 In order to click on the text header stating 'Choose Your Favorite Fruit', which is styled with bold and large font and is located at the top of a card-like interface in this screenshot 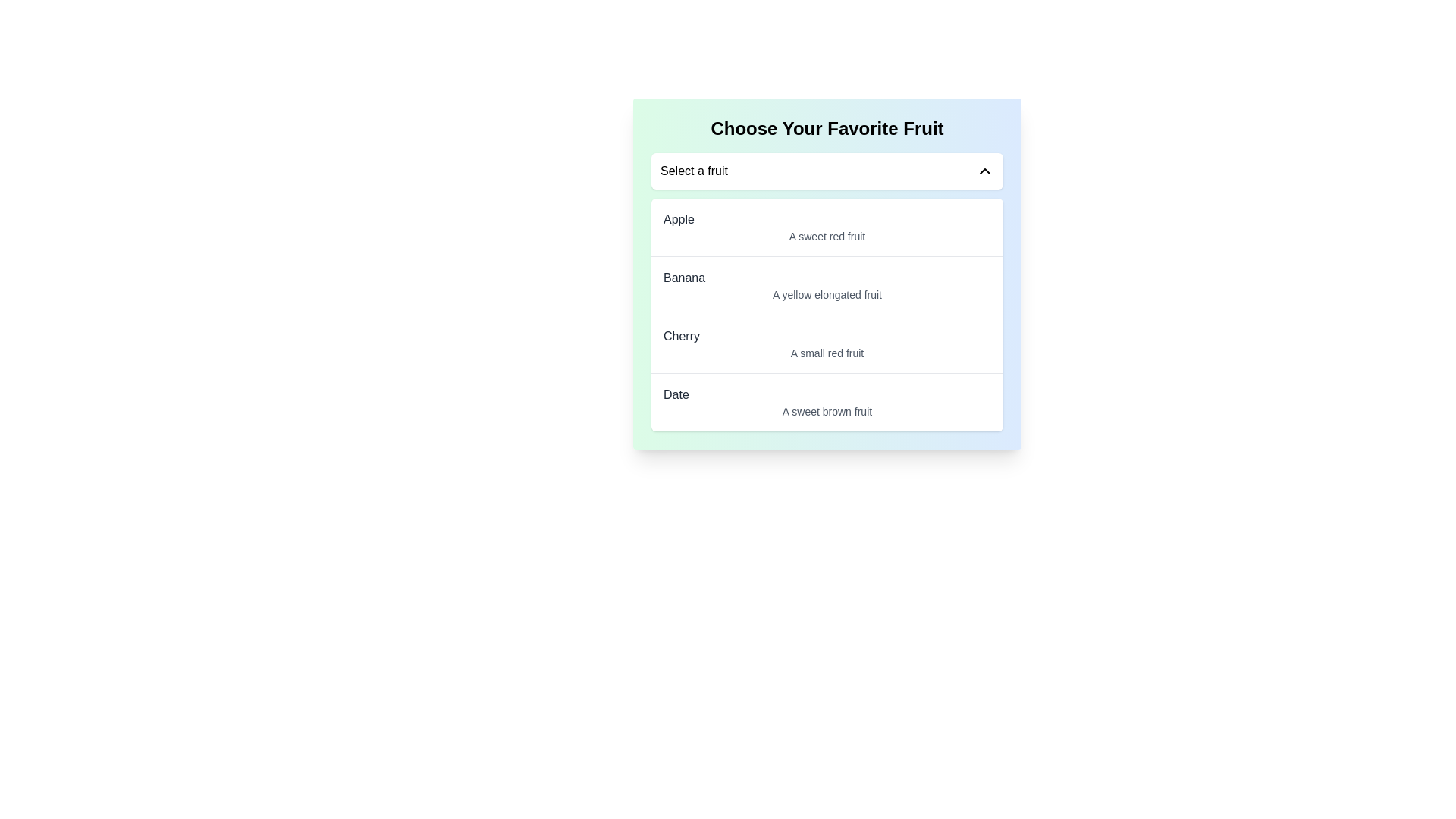, I will do `click(826, 127)`.